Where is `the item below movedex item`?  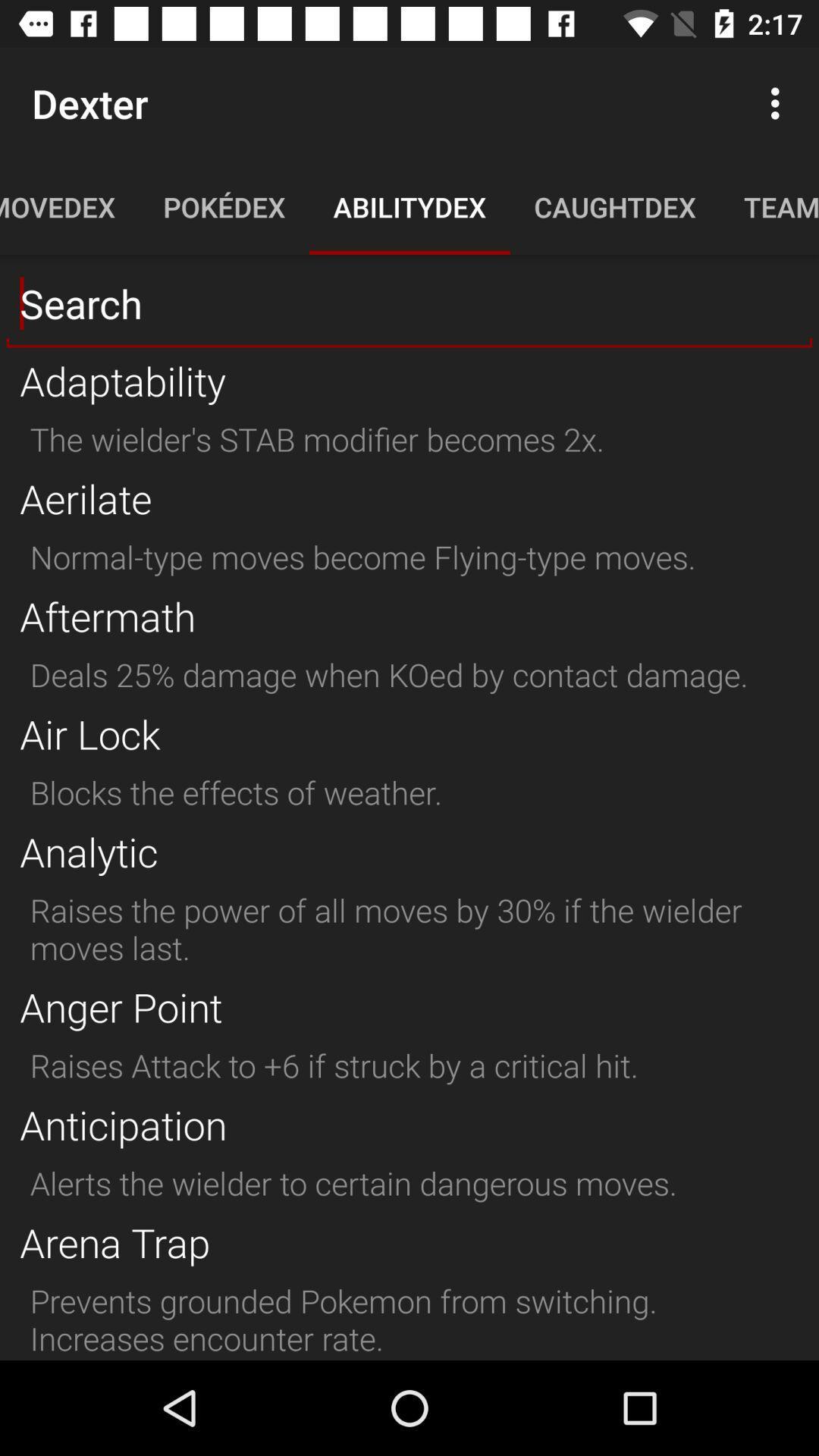
the item below movedex item is located at coordinates (409, 303).